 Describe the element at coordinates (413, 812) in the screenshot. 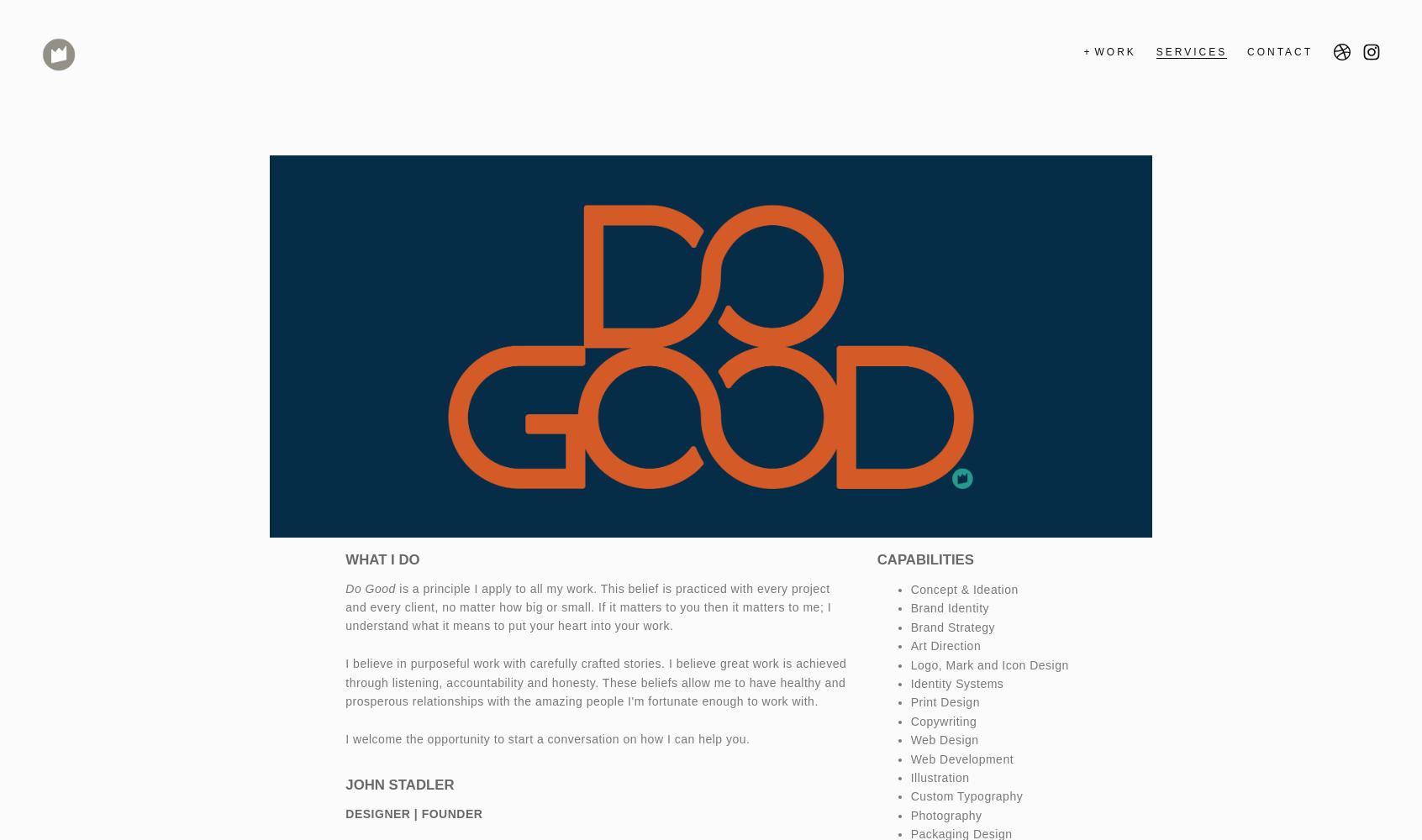

I see `'DESIGNER | FOUNDER'` at that location.